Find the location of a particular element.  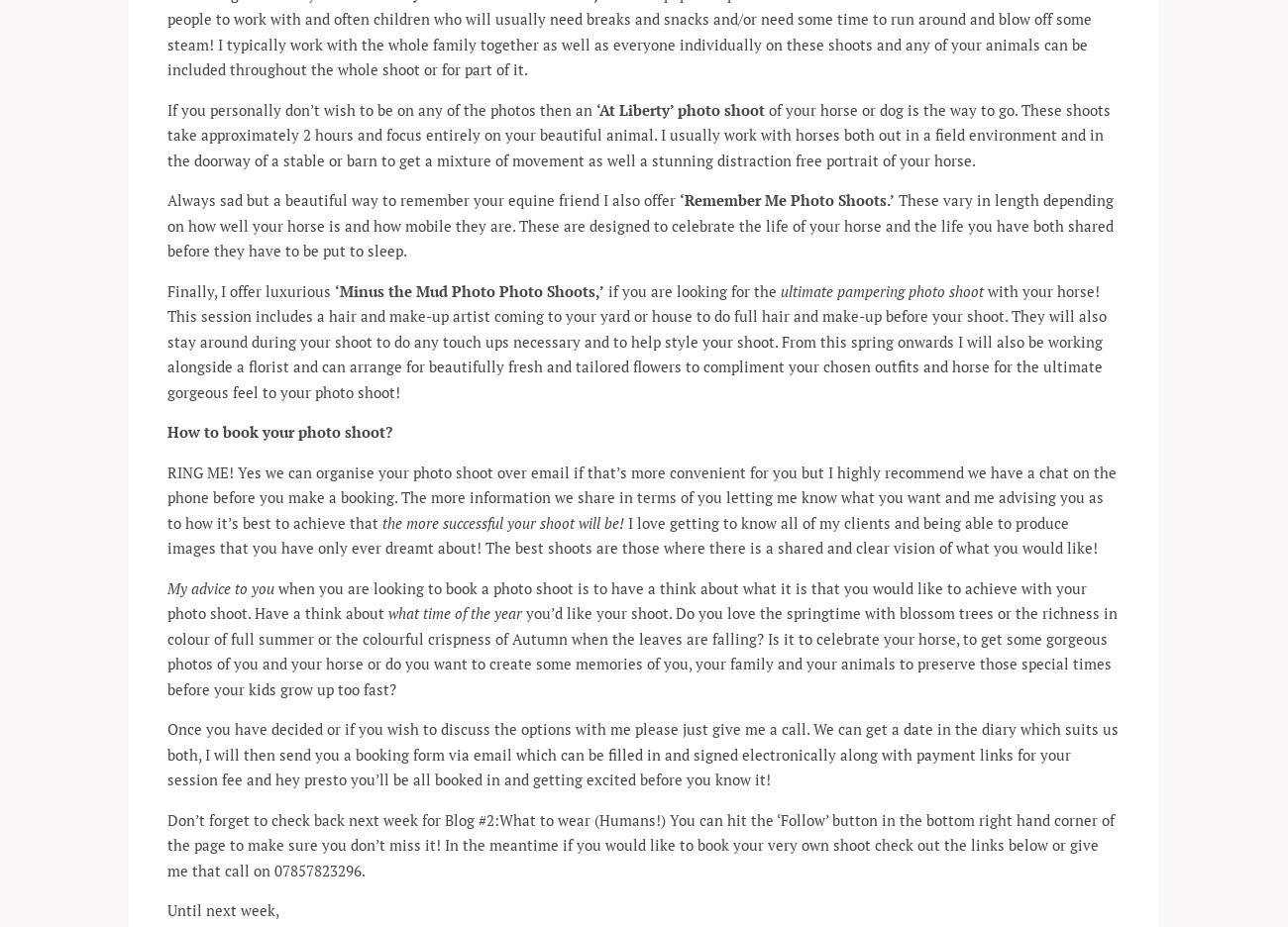

'you’d like your shoot. Do you love the springtime with blossom trees or the richness in colour of full summer or the colourful crispness of Autumn when the leaves are falling? Is it to celebrate your horse, to get some gorgeous photos of you and your horse or do you want to create some memories of you, your family and your animals to preserve those special times before your kids grow up too fast?' is located at coordinates (642, 649).